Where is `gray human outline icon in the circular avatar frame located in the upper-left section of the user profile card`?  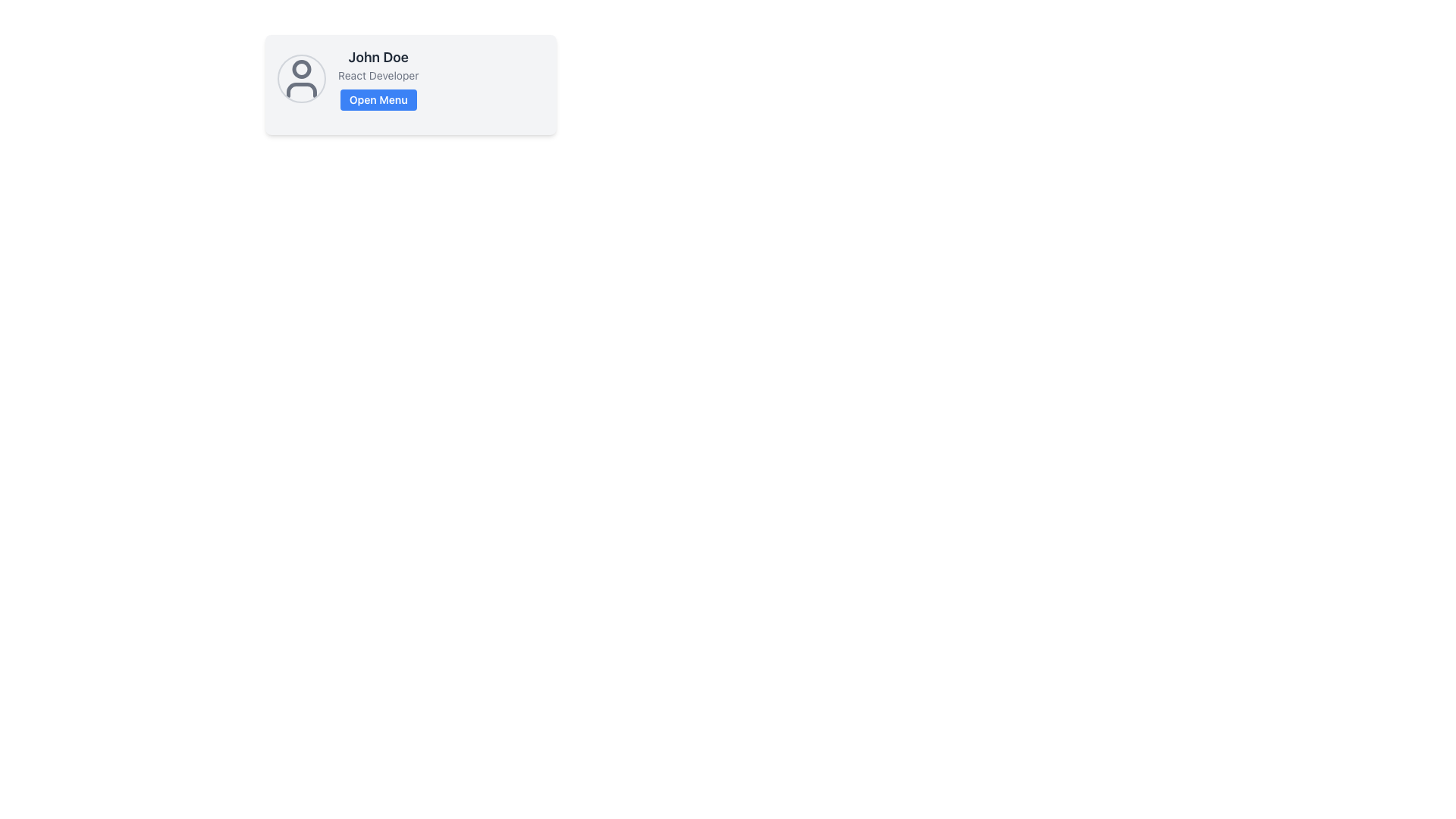 gray human outline icon in the circular avatar frame located in the upper-left section of the user profile card is located at coordinates (302, 79).